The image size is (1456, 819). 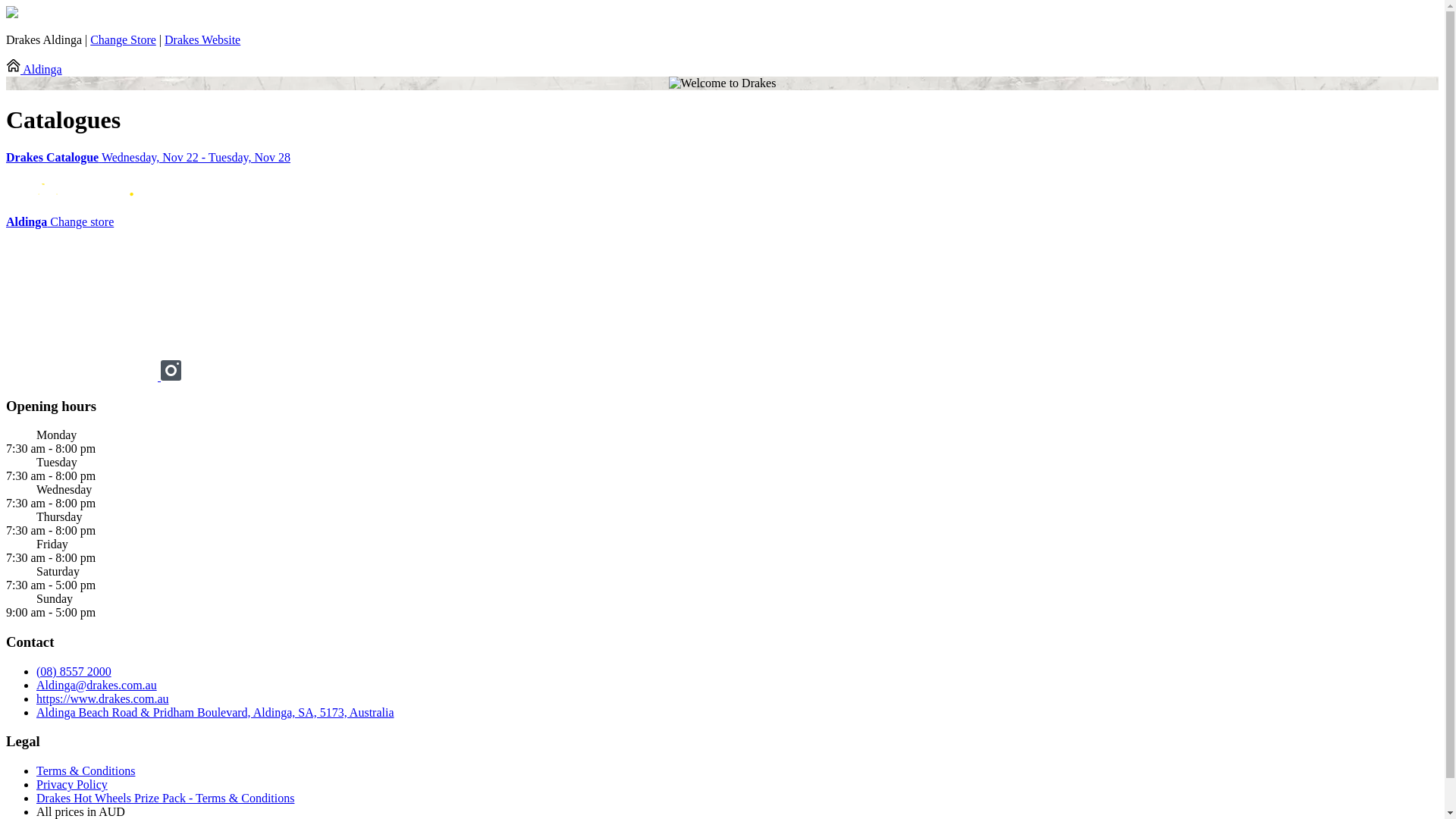 What do you see at coordinates (101, 698) in the screenshot?
I see `'https://www.drakes.com.au'` at bounding box center [101, 698].